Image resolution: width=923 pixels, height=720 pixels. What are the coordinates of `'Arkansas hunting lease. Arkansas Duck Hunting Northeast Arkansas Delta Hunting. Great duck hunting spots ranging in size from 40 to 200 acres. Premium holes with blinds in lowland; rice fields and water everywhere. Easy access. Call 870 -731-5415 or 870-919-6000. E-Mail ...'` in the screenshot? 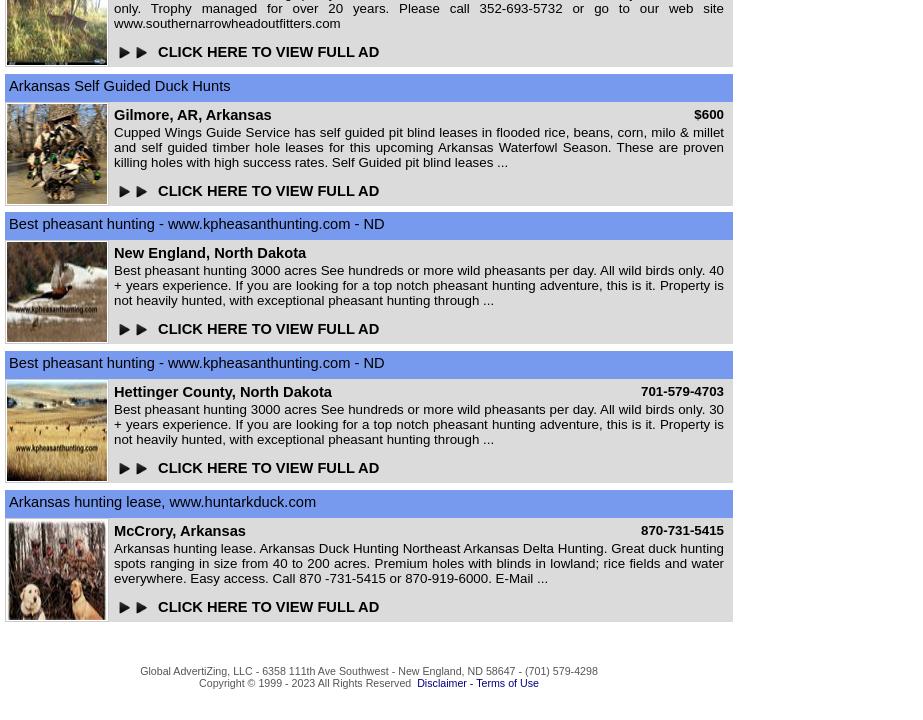 It's located at (419, 562).